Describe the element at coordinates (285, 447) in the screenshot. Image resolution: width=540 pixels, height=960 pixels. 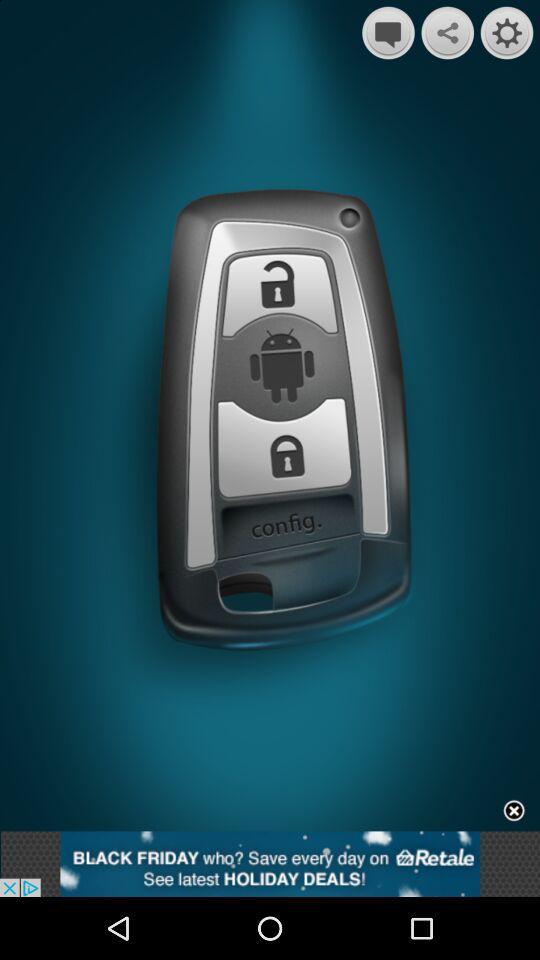
I see `lock` at that location.